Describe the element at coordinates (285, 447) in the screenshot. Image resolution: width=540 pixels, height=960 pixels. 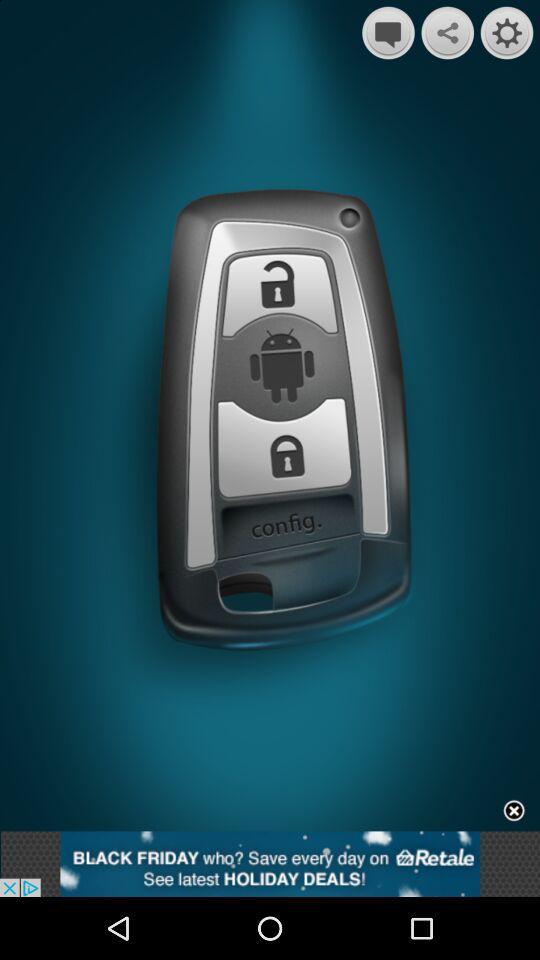
I see `lock` at that location.